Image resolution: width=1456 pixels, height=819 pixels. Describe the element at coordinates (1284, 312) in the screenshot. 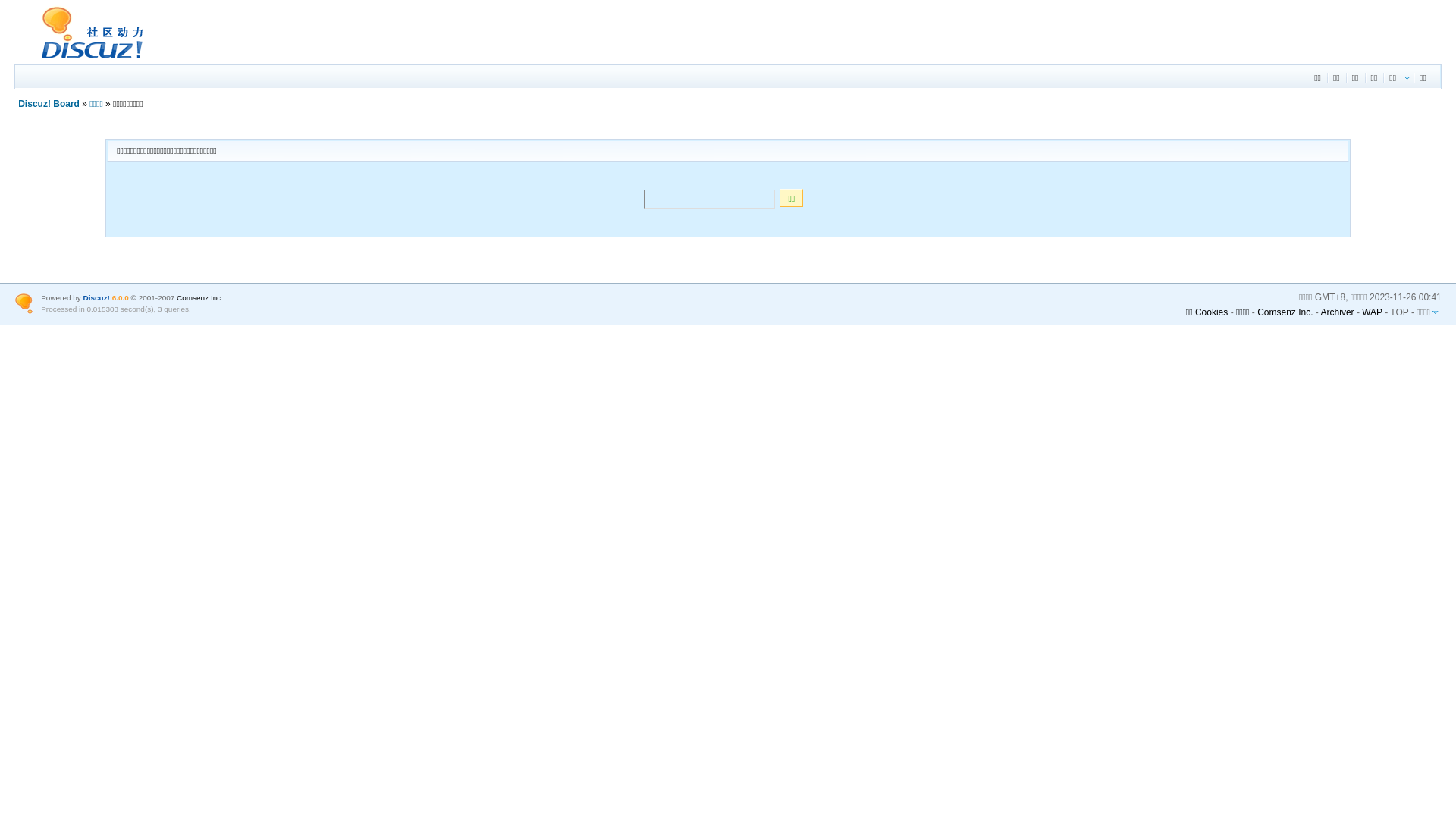

I see `'Comsenz Inc.'` at that location.